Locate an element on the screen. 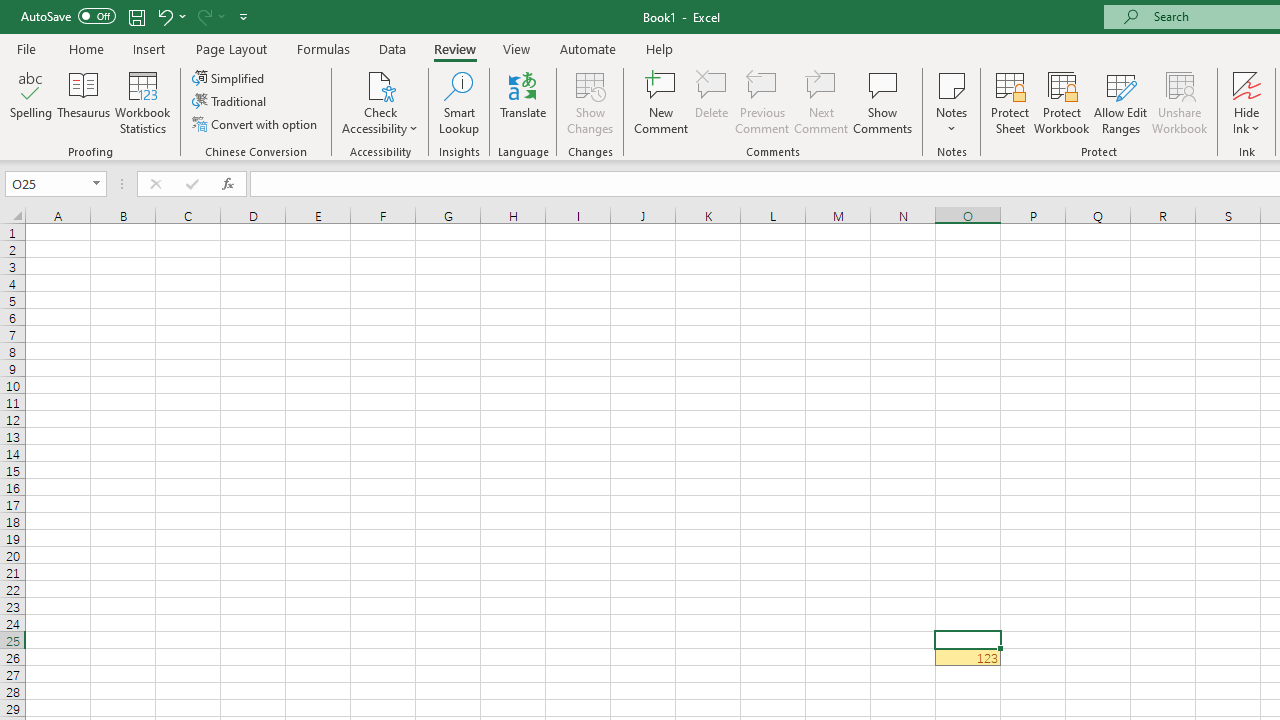 The image size is (1280, 720). 'Next Comment' is located at coordinates (821, 103).